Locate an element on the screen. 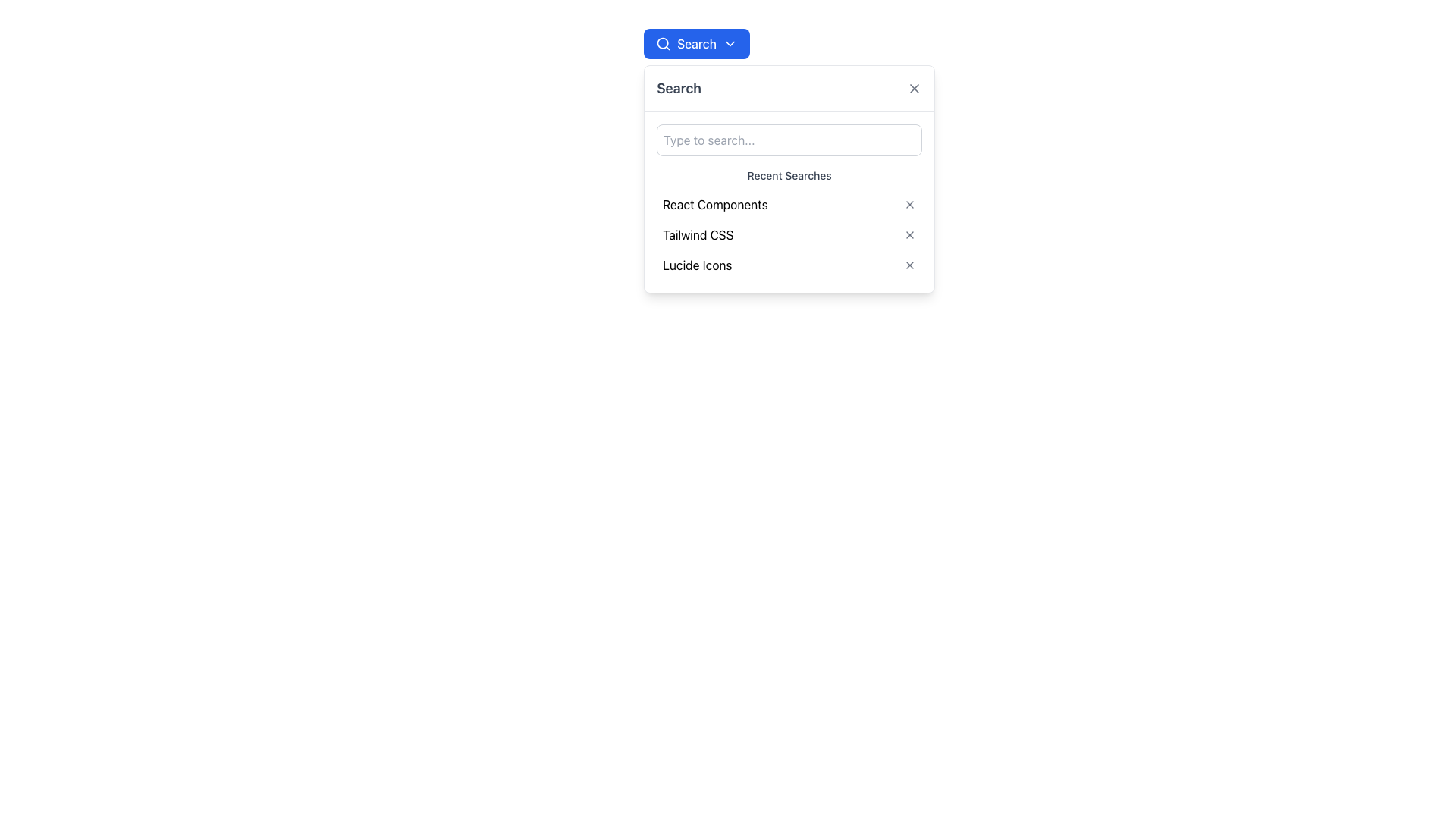 The width and height of the screenshot is (1456, 819). the 'X' icon button located next to 'Tailwind CSS' in the Recent Searches section is located at coordinates (910, 234).